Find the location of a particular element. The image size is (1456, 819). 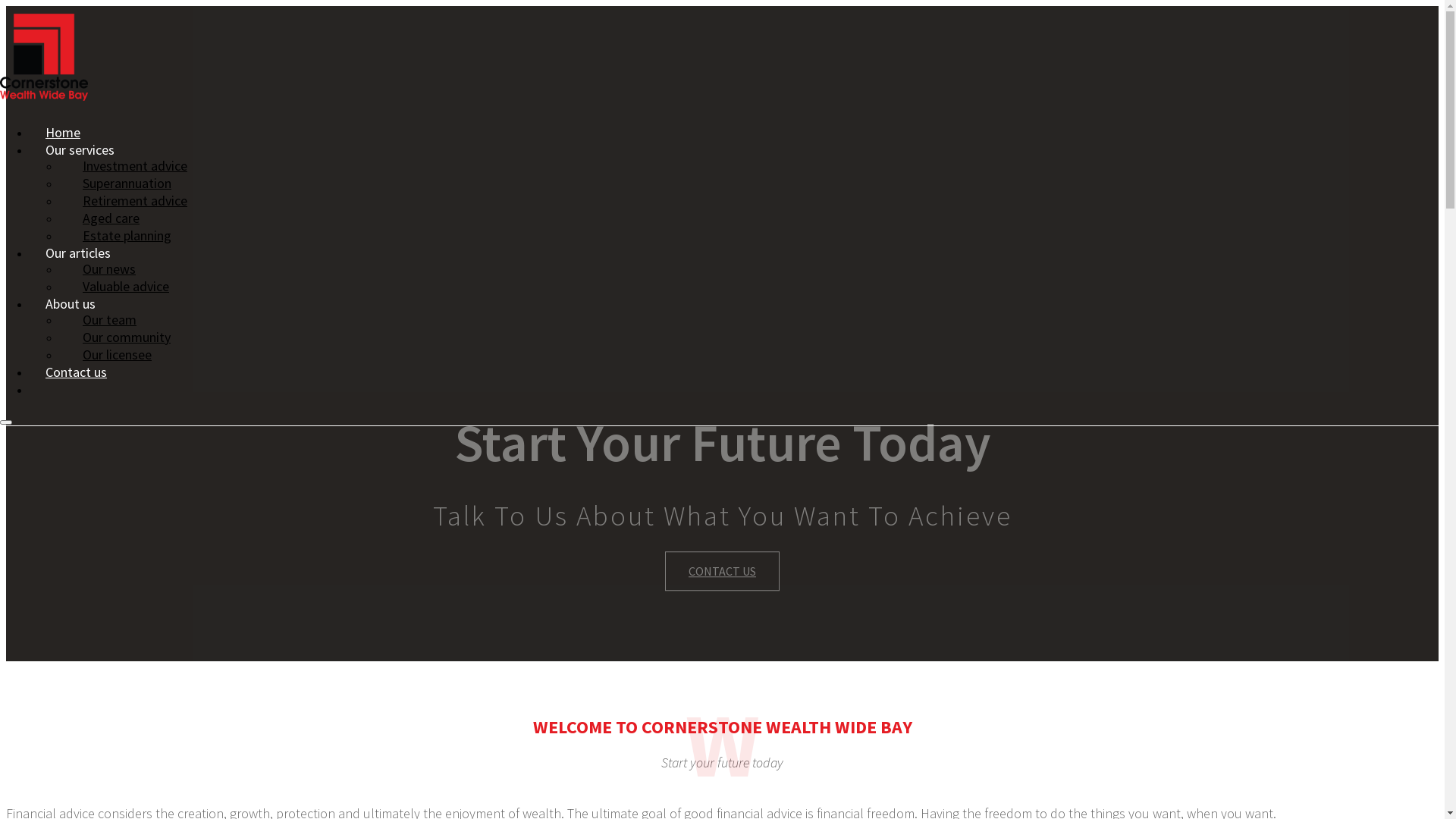

'About us' is located at coordinates (69, 303).